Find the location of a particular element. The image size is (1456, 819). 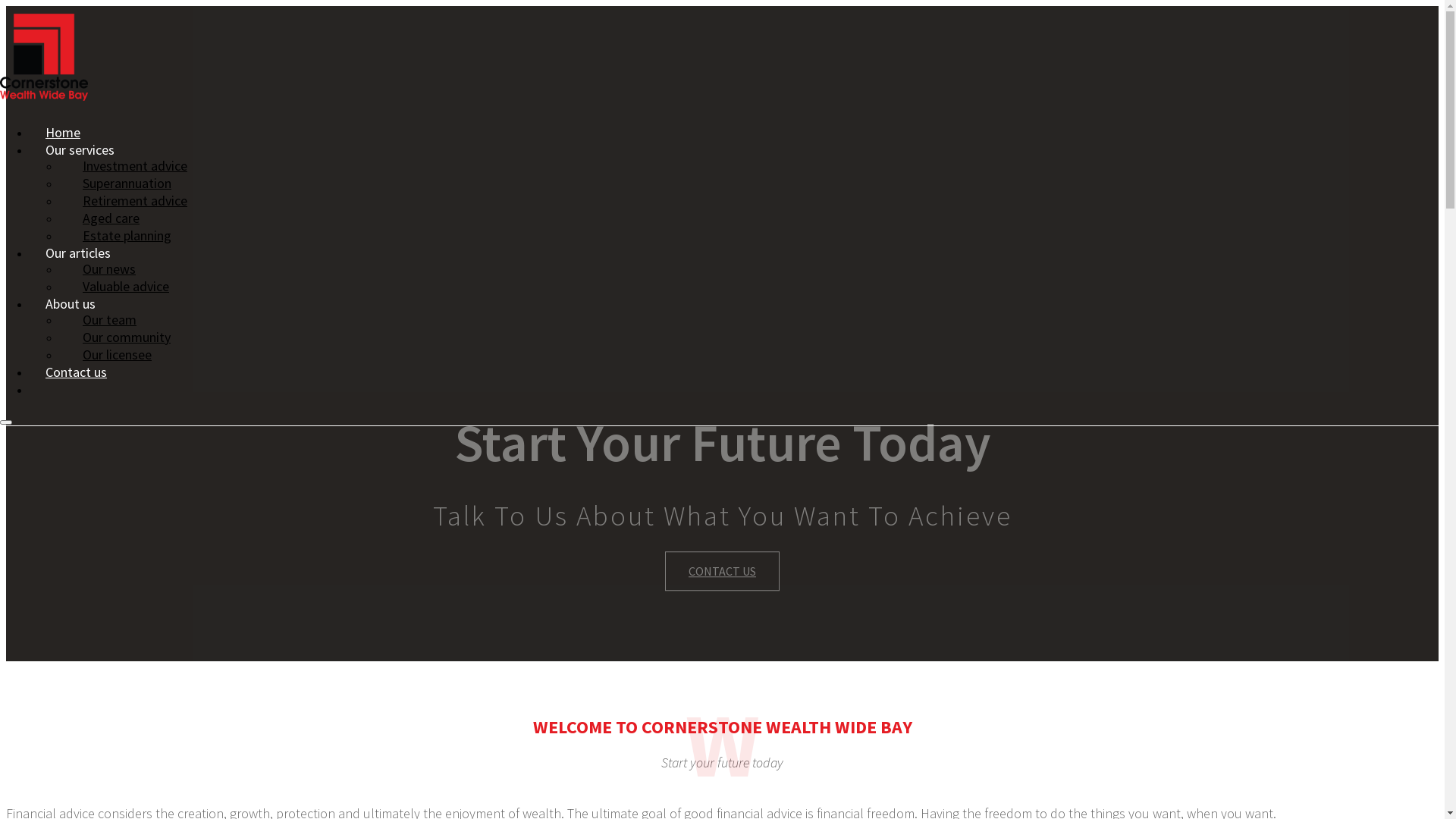

'About us' is located at coordinates (69, 303).